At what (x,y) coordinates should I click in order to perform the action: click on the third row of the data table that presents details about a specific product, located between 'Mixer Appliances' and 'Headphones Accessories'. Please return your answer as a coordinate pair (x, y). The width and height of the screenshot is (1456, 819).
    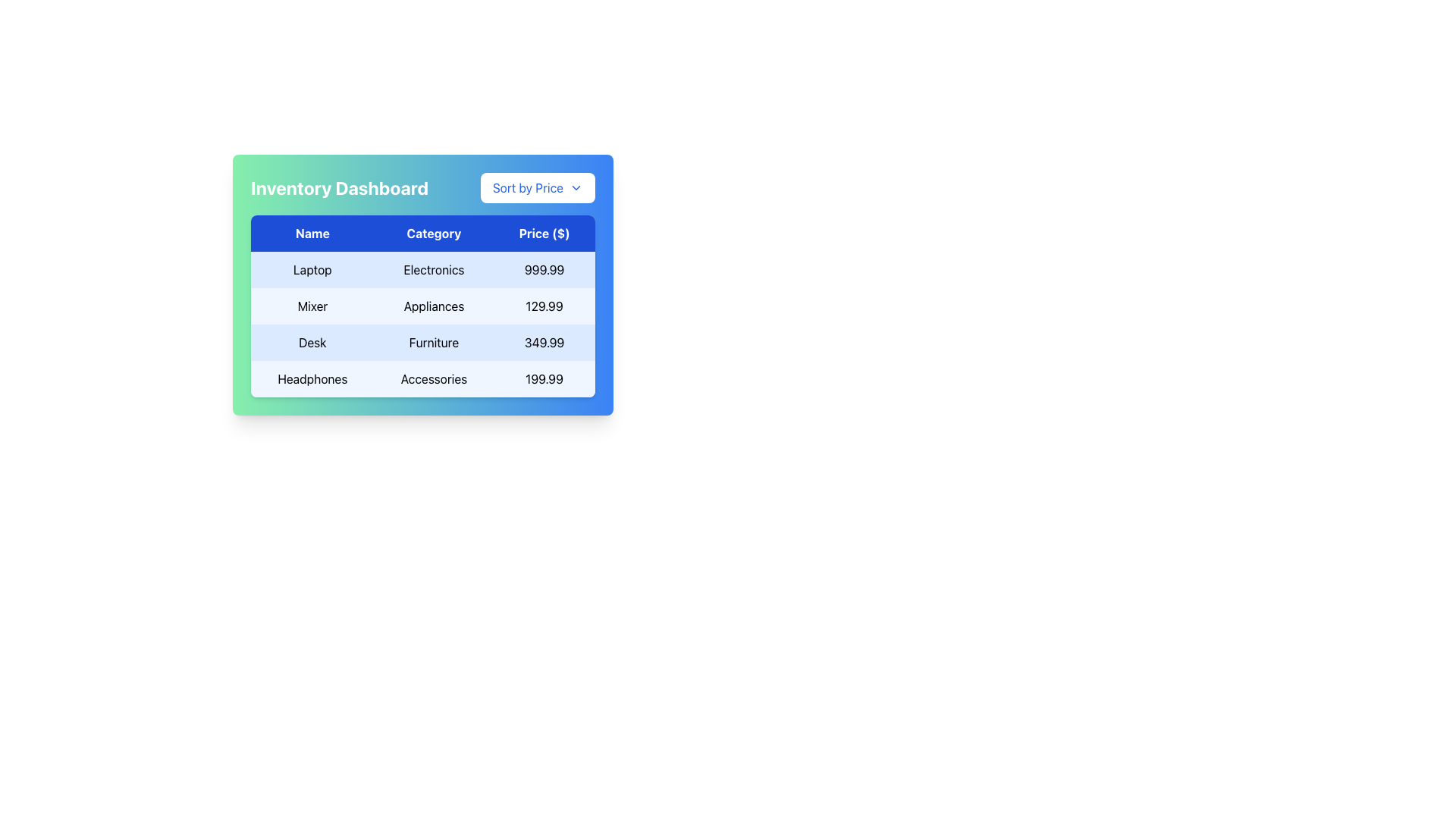
    Looking at the image, I should click on (422, 342).